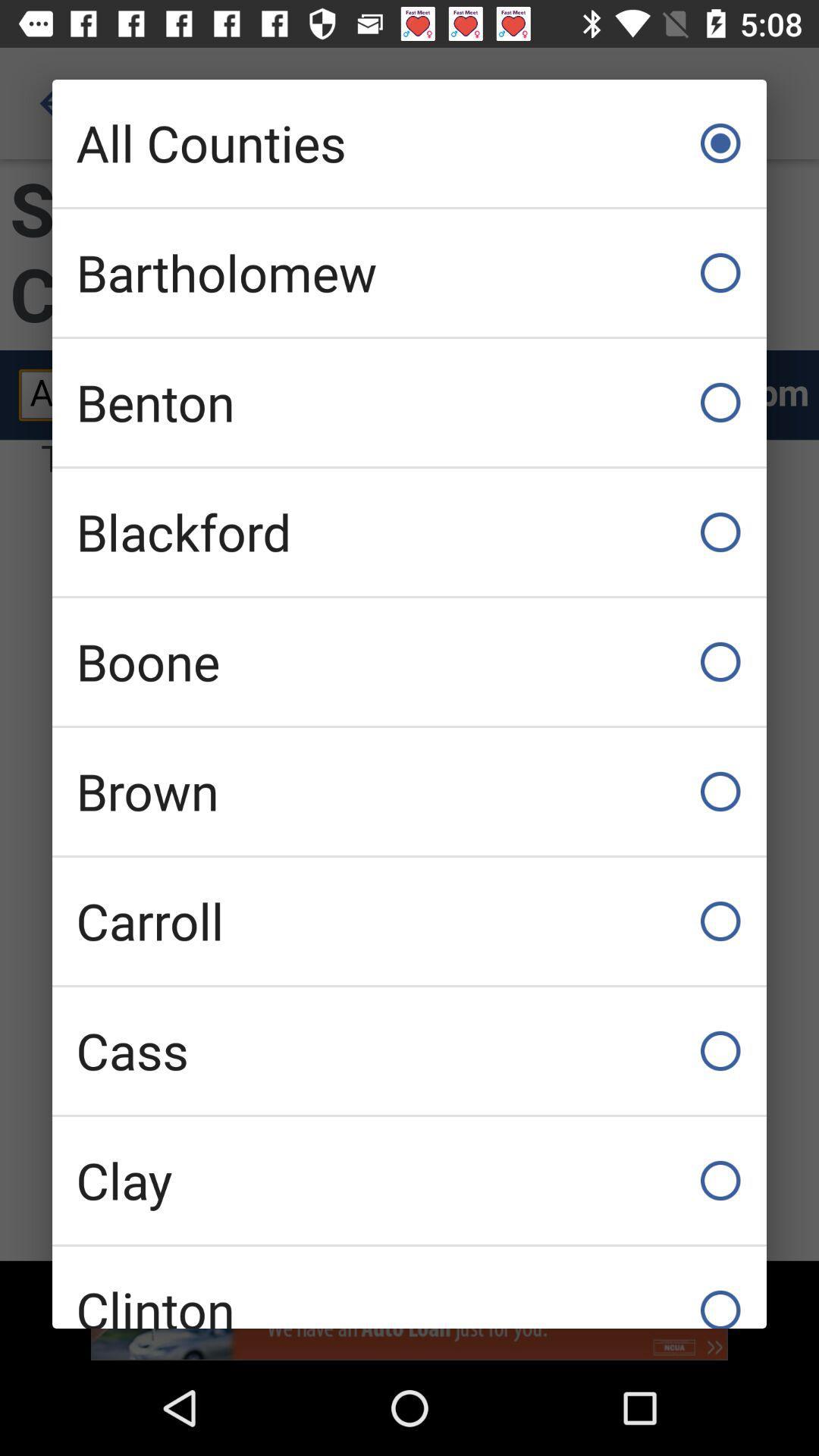  What do you see at coordinates (409, 1050) in the screenshot?
I see `the icon below the carroll item` at bounding box center [409, 1050].